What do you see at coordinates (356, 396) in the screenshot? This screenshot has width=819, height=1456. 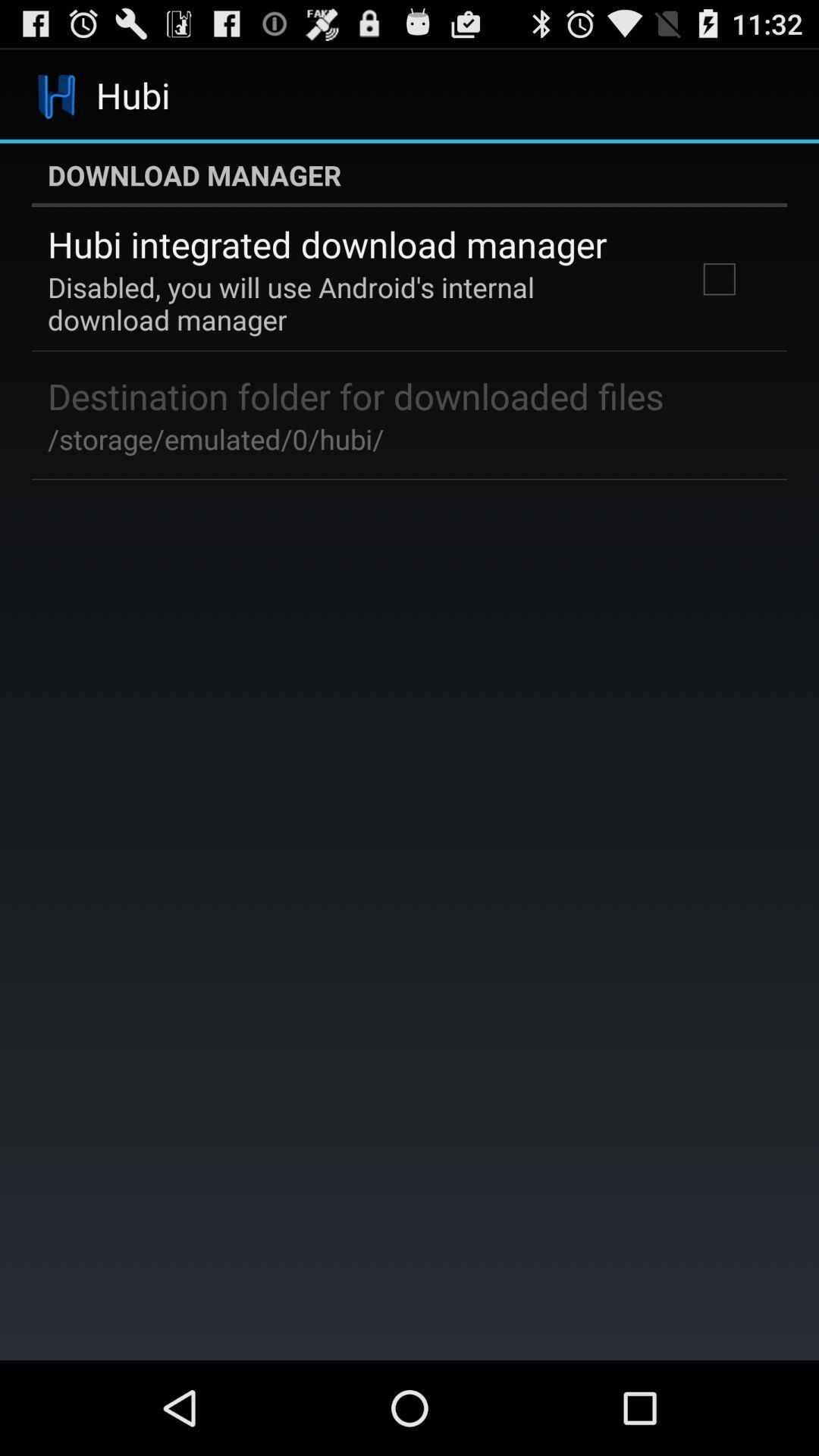 I see `the icon above storage emulated 0` at bounding box center [356, 396].